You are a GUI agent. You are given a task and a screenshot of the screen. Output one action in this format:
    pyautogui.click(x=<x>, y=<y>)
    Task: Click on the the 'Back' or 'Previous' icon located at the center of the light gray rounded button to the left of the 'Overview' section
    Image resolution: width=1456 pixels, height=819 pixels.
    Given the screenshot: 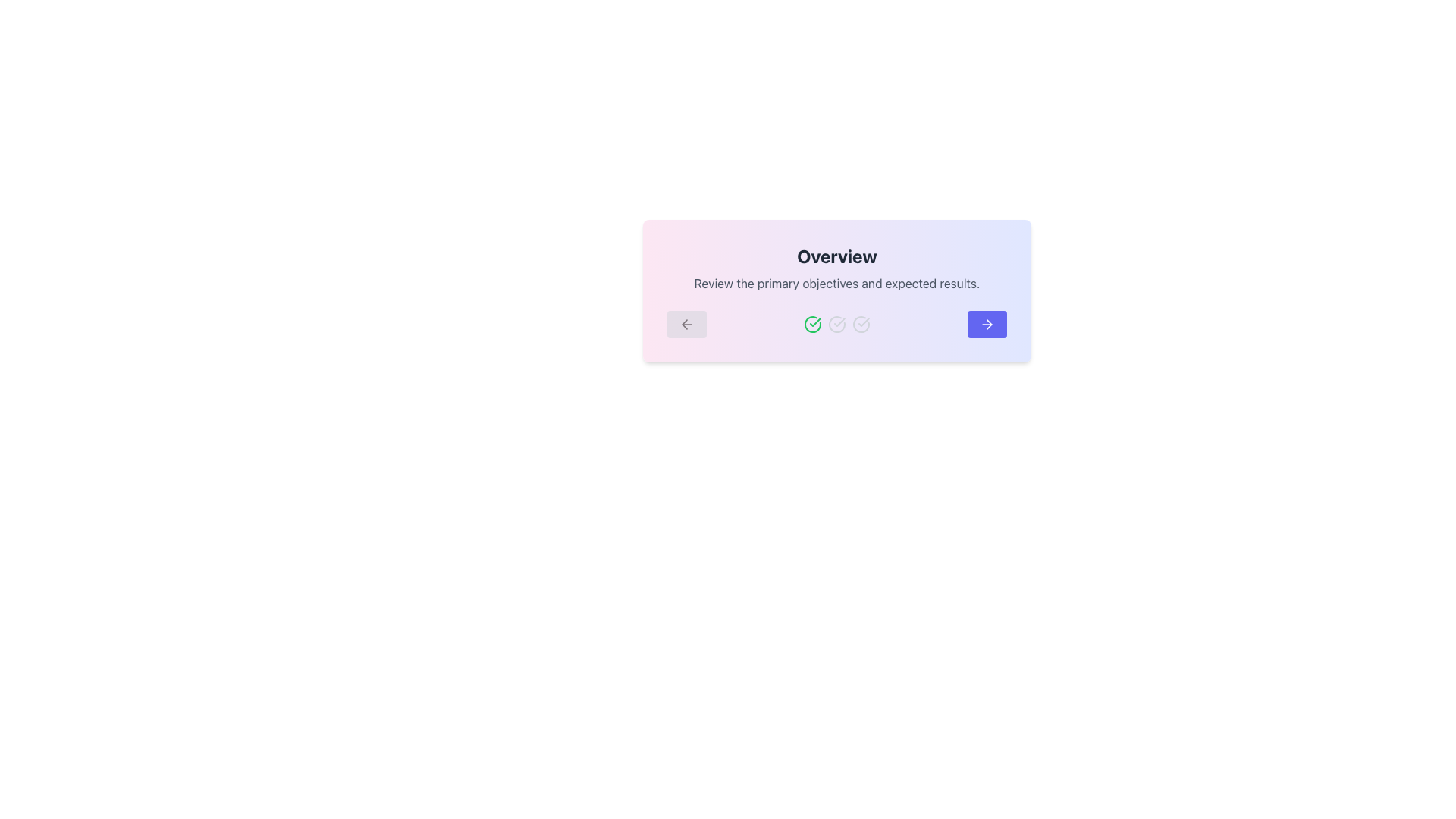 What is the action you would take?
    pyautogui.click(x=686, y=324)
    